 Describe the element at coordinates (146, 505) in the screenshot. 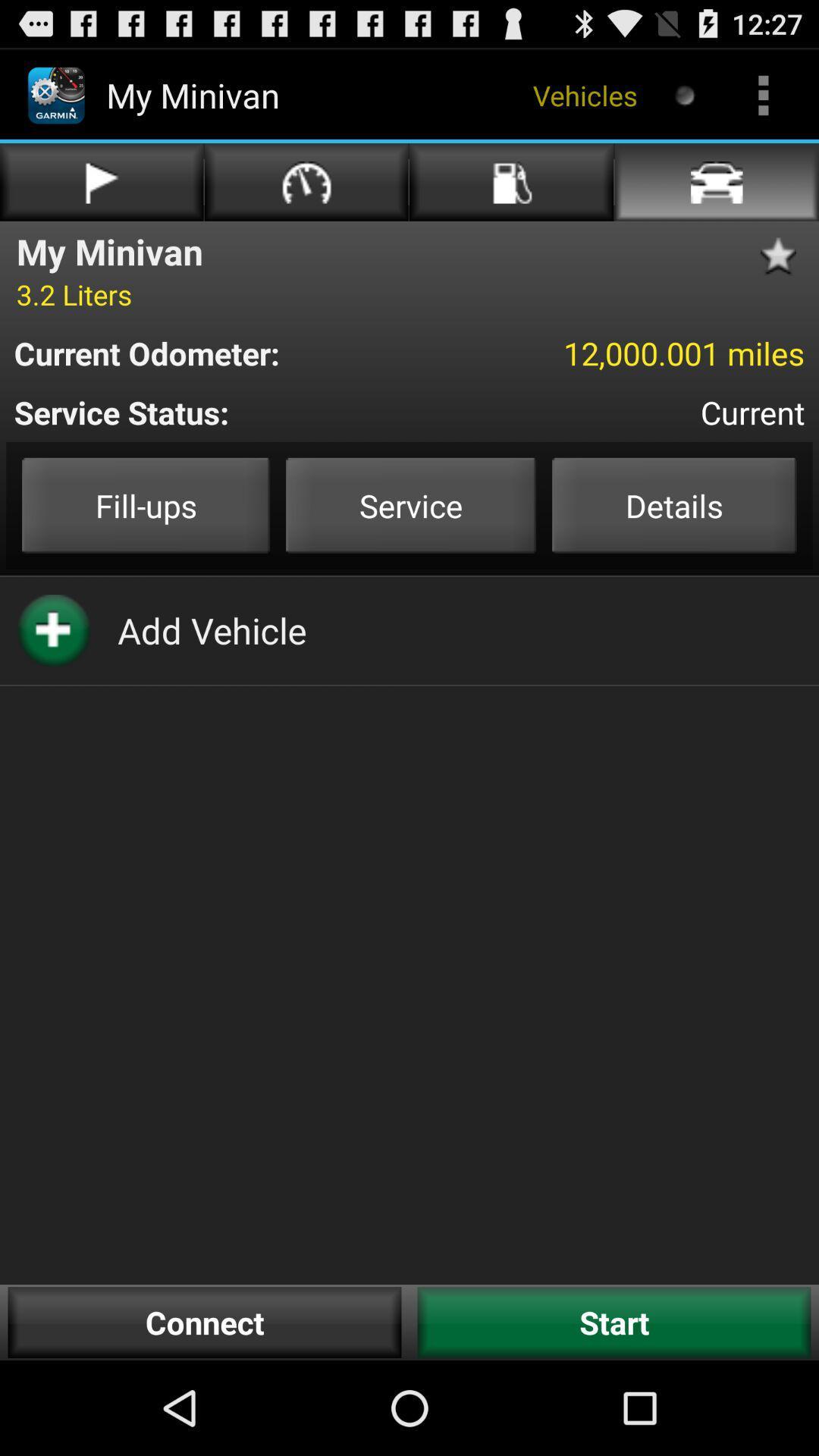

I see `the fill-ups` at that location.